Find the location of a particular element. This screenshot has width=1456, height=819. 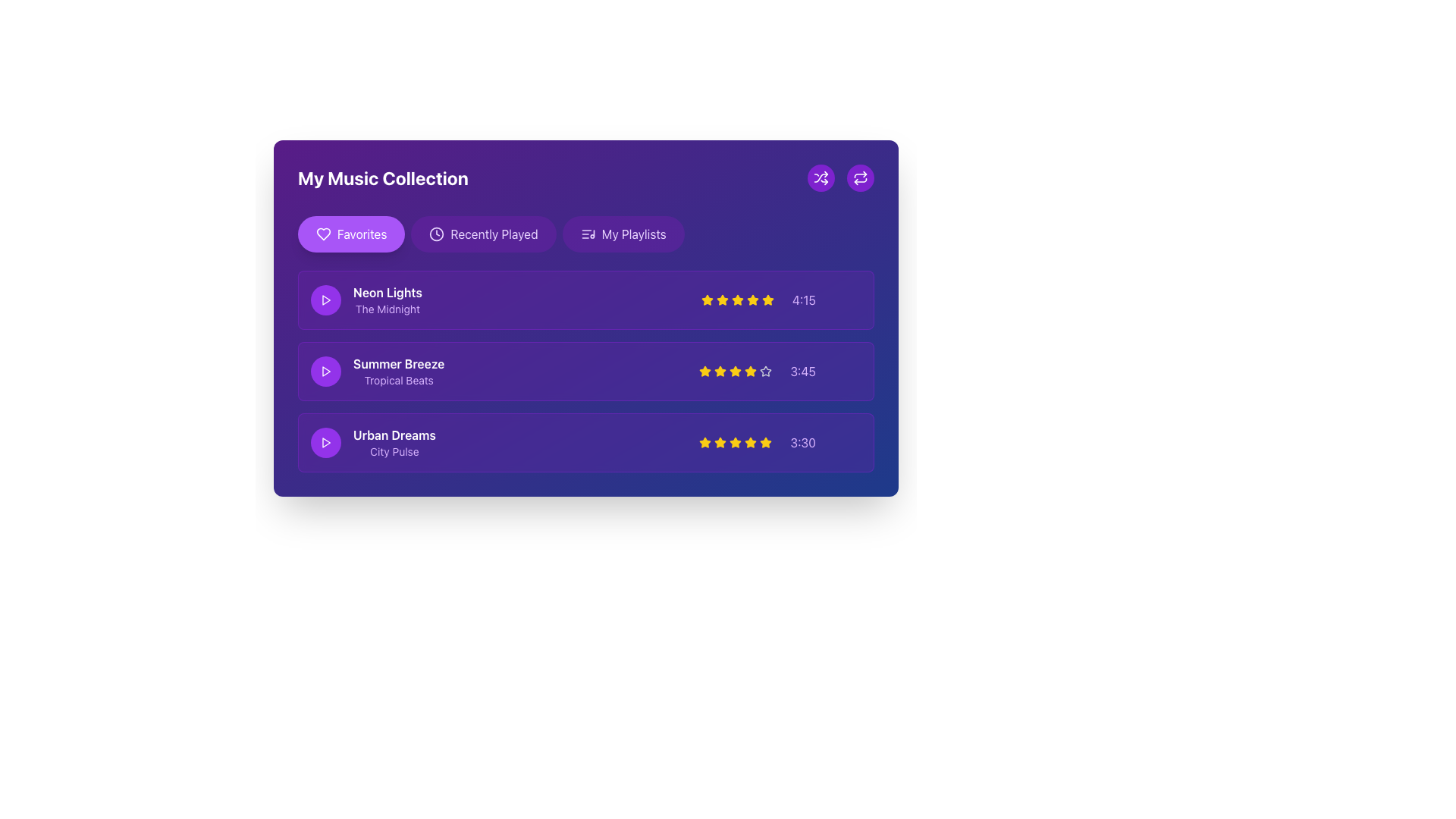

the header title text element located at the top of the interface by moving the cursor to its center point is located at coordinates (585, 177).